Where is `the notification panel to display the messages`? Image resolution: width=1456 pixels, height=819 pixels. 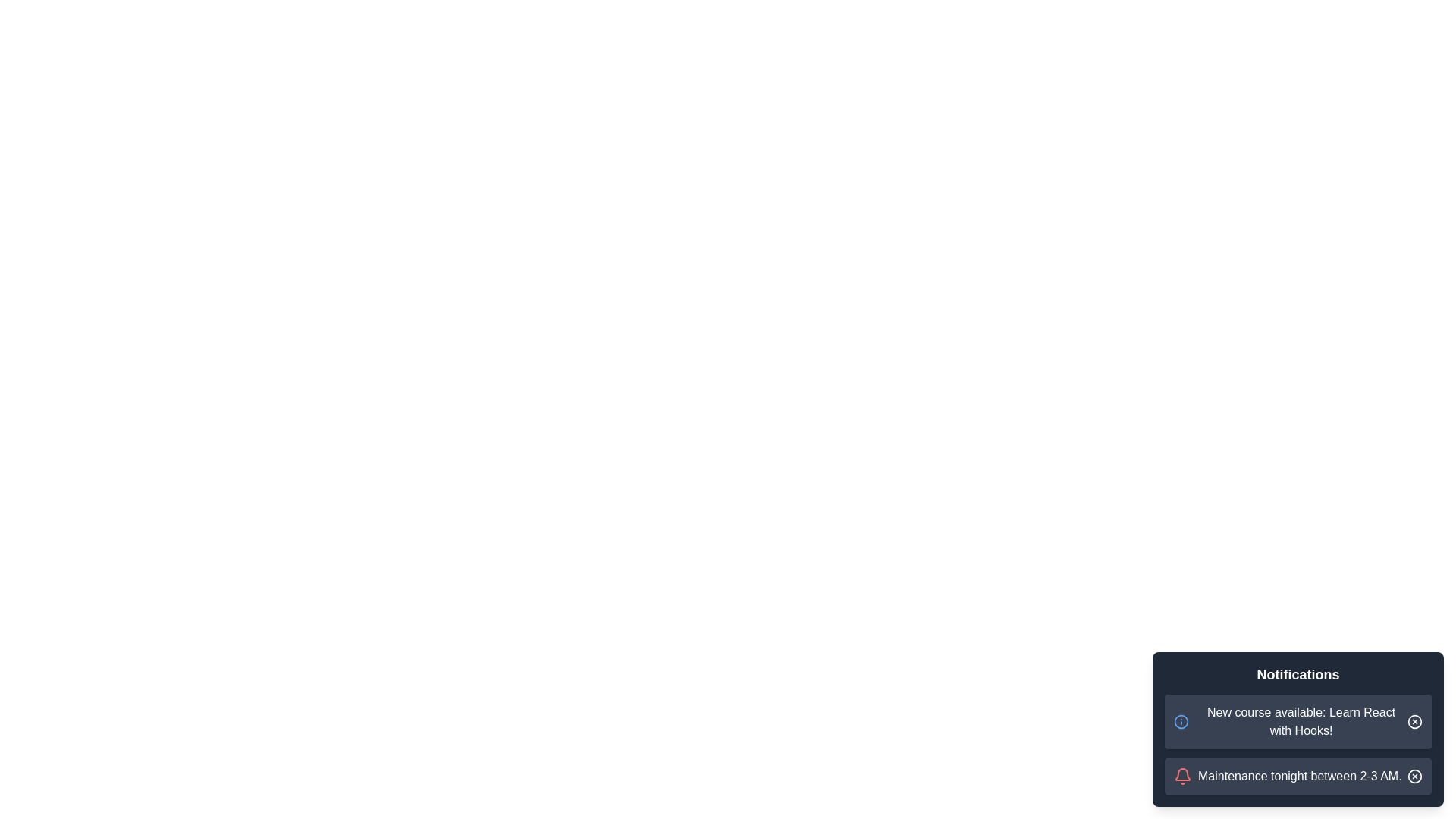 the notification panel to display the messages is located at coordinates (1298, 728).